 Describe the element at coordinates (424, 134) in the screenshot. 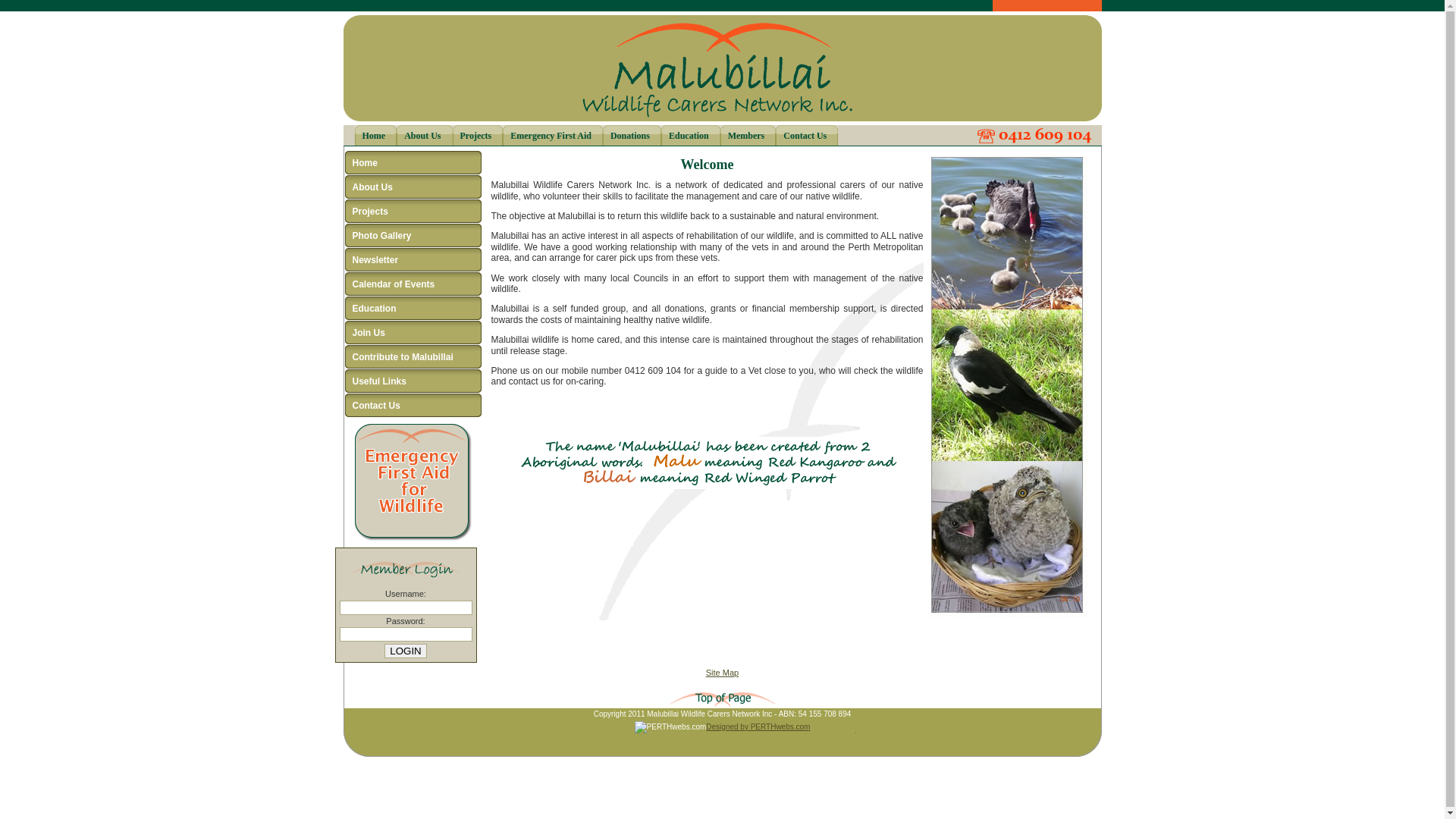

I see `'About Us'` at that location.